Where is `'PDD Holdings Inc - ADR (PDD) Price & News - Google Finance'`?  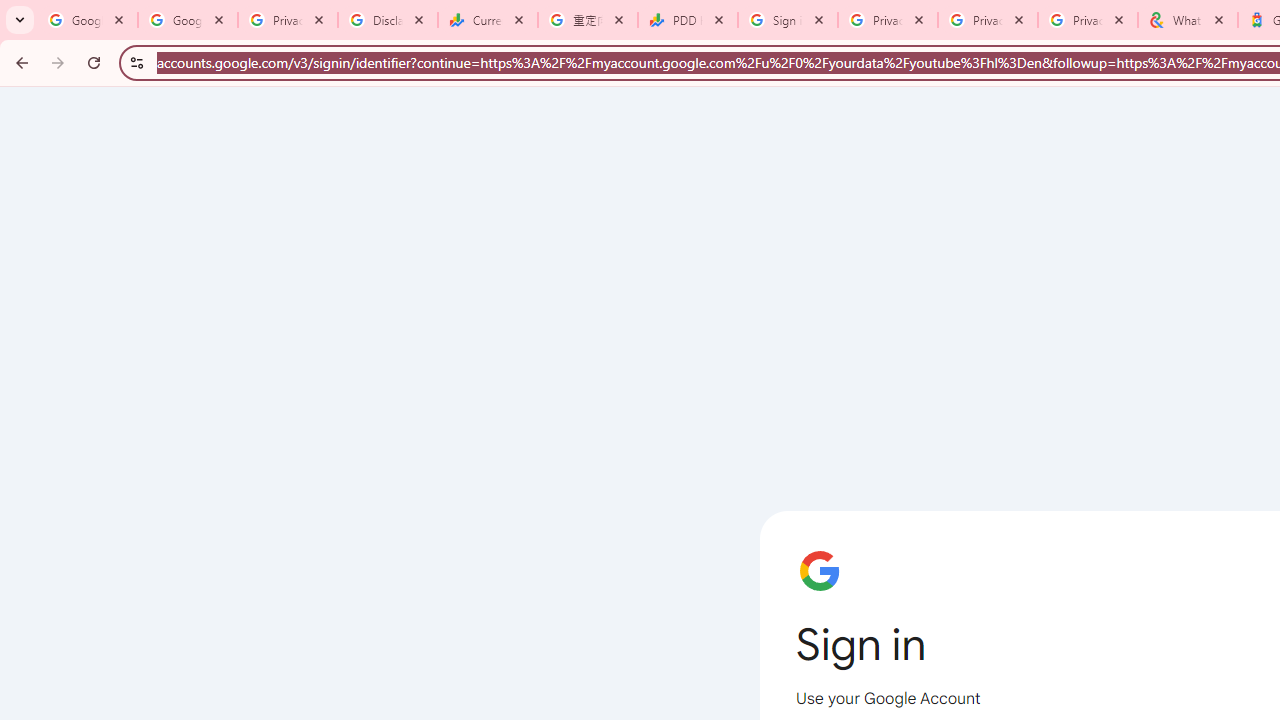 'PDD Holdings Inc - ADR (PDD) Price & News - Google Finance' is located at coordinates (688, 20).